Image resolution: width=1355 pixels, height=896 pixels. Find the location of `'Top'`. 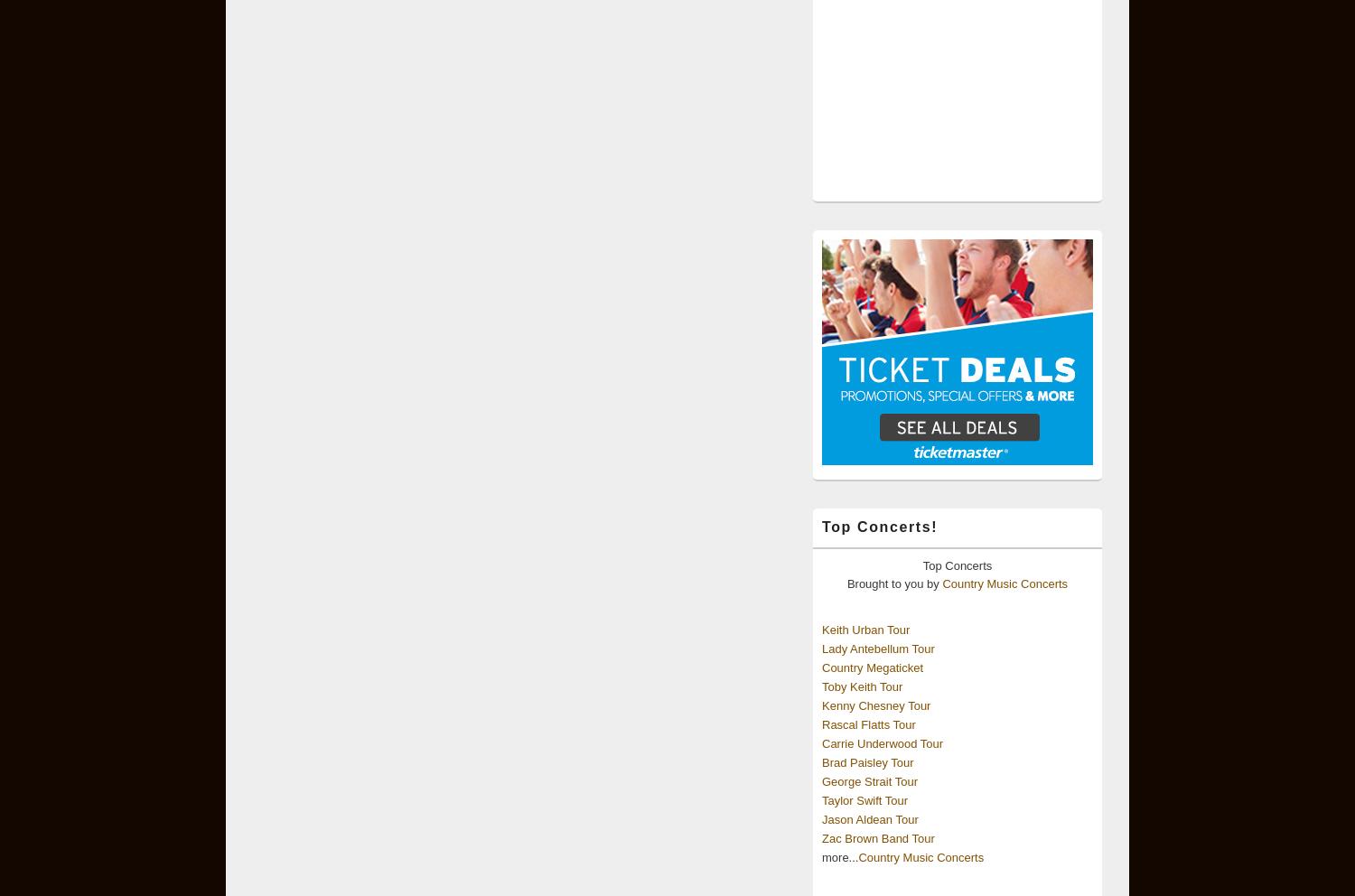

'Top' is located at coordinates (933, 565).